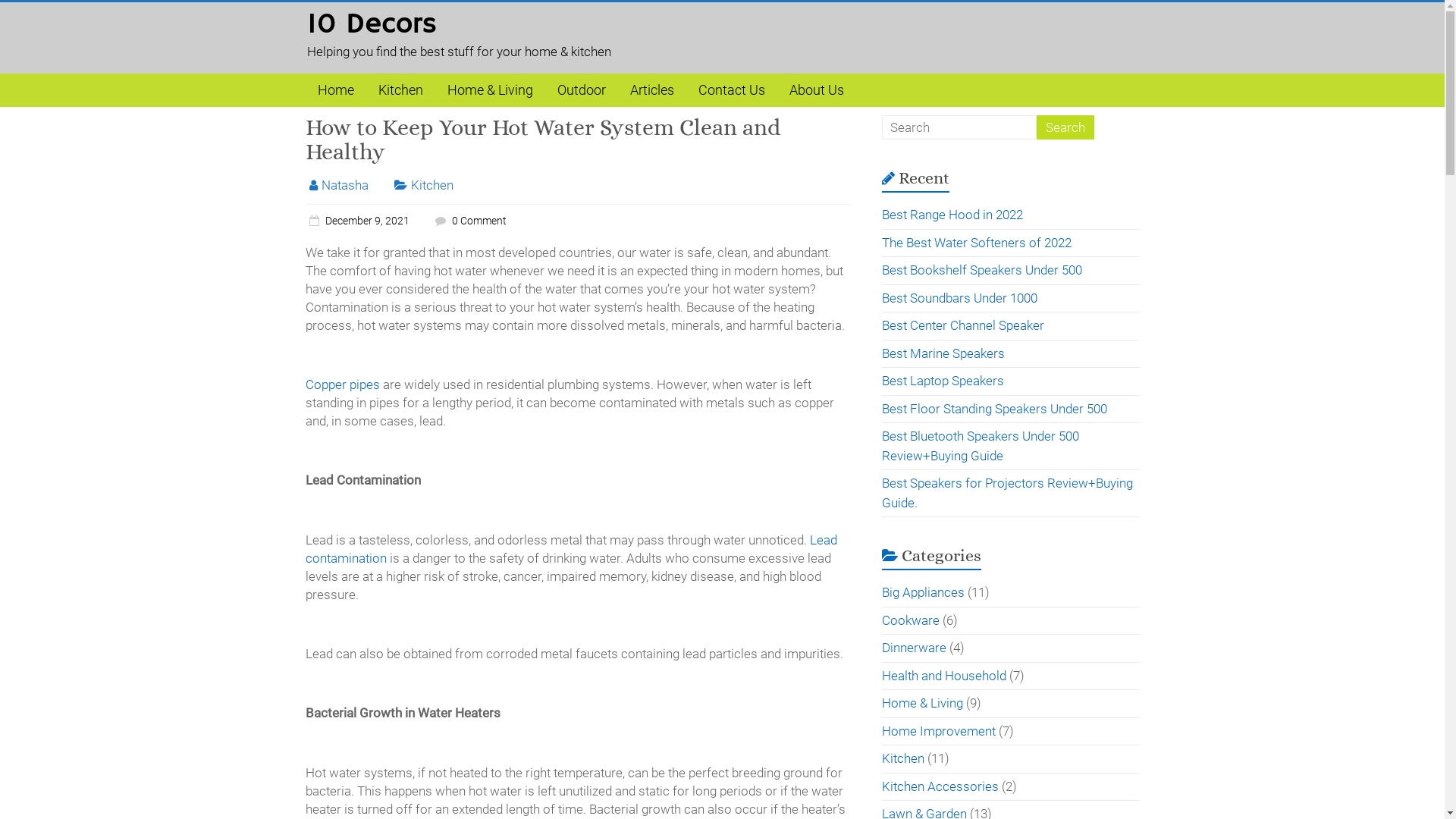  I want to click on 'Best Floor Standing Speakers Under 500', so click(994, 406).